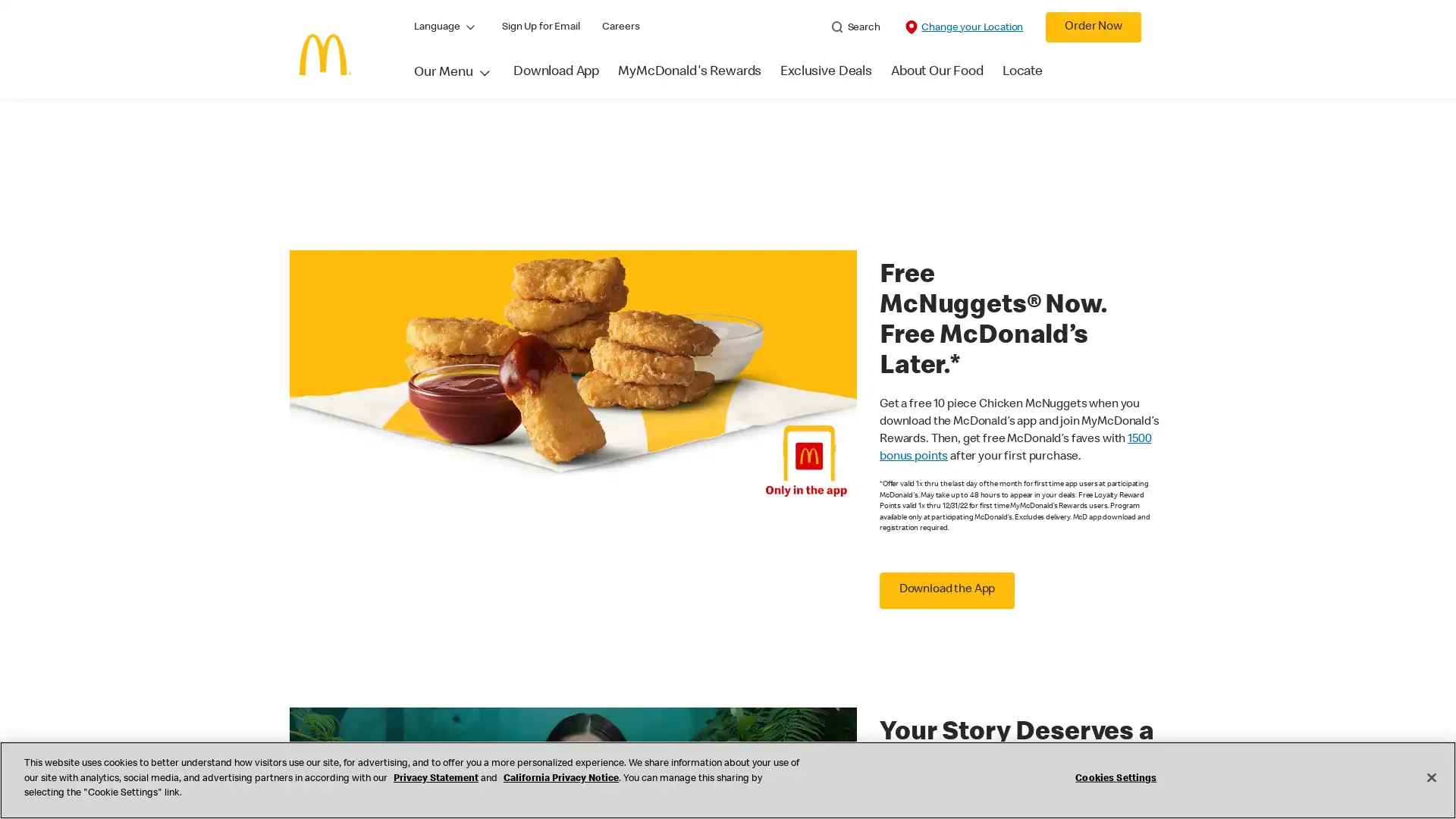 Image resolution: width=1456 pixels, height=819 pixels. Describe the element at coordinates (1116, 778) in the screenshot. I see `Cookies Settings` at that location.